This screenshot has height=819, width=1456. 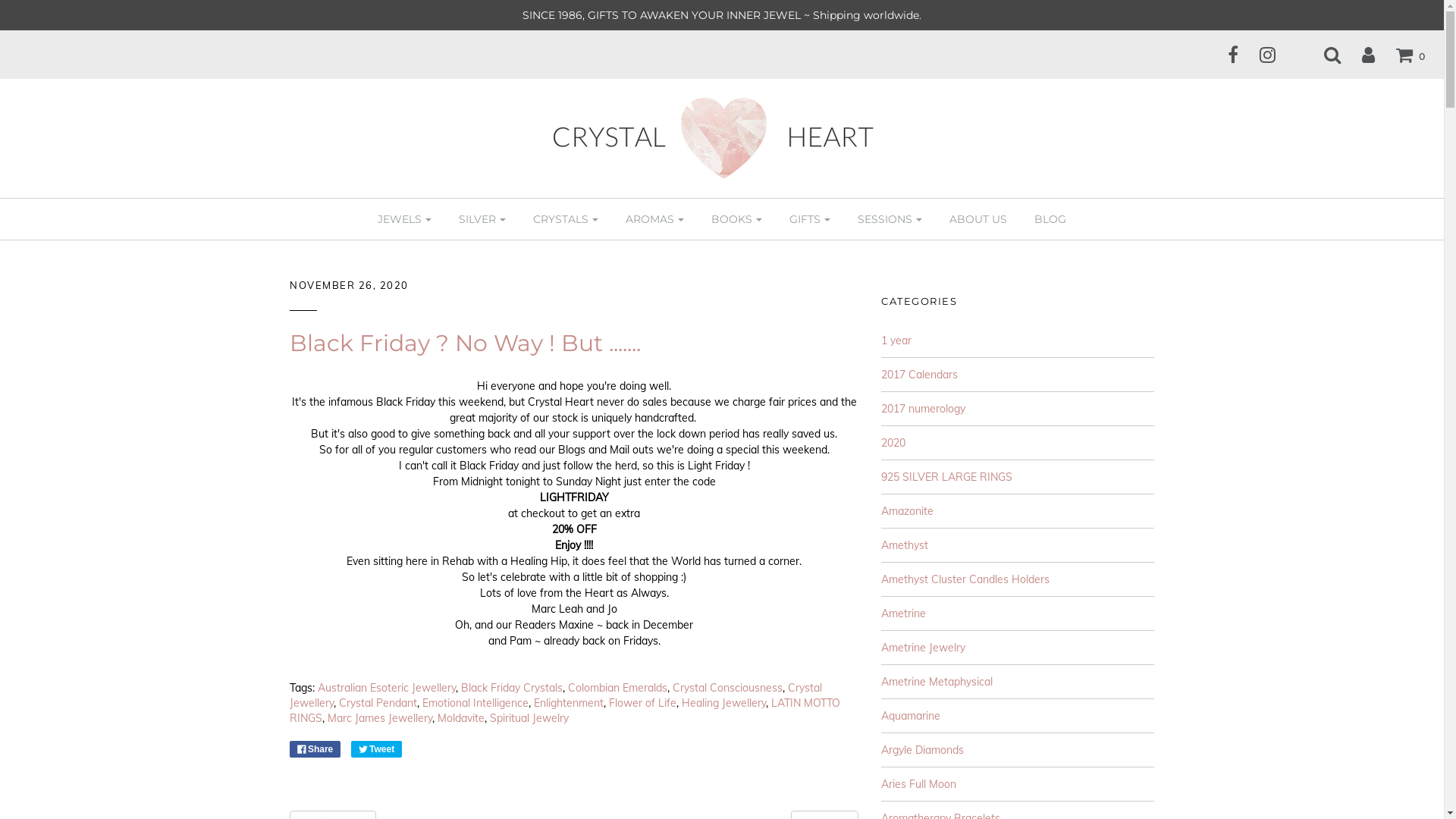 What do you see at coordinates (482, 219) in the screenshot?
I see `'SILVER'` at bounding box center [482, 219].